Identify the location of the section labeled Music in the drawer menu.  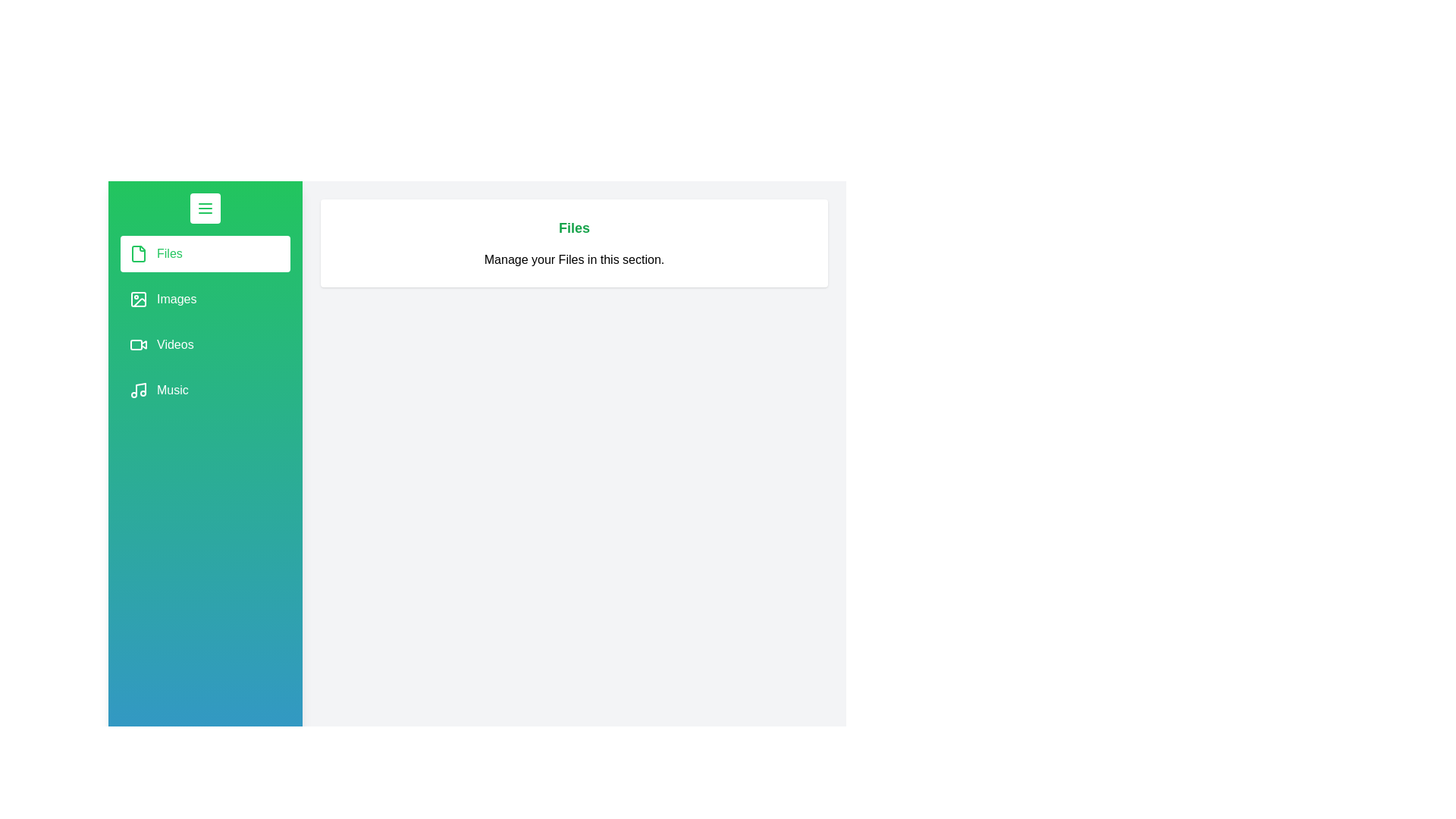
(204, 390).